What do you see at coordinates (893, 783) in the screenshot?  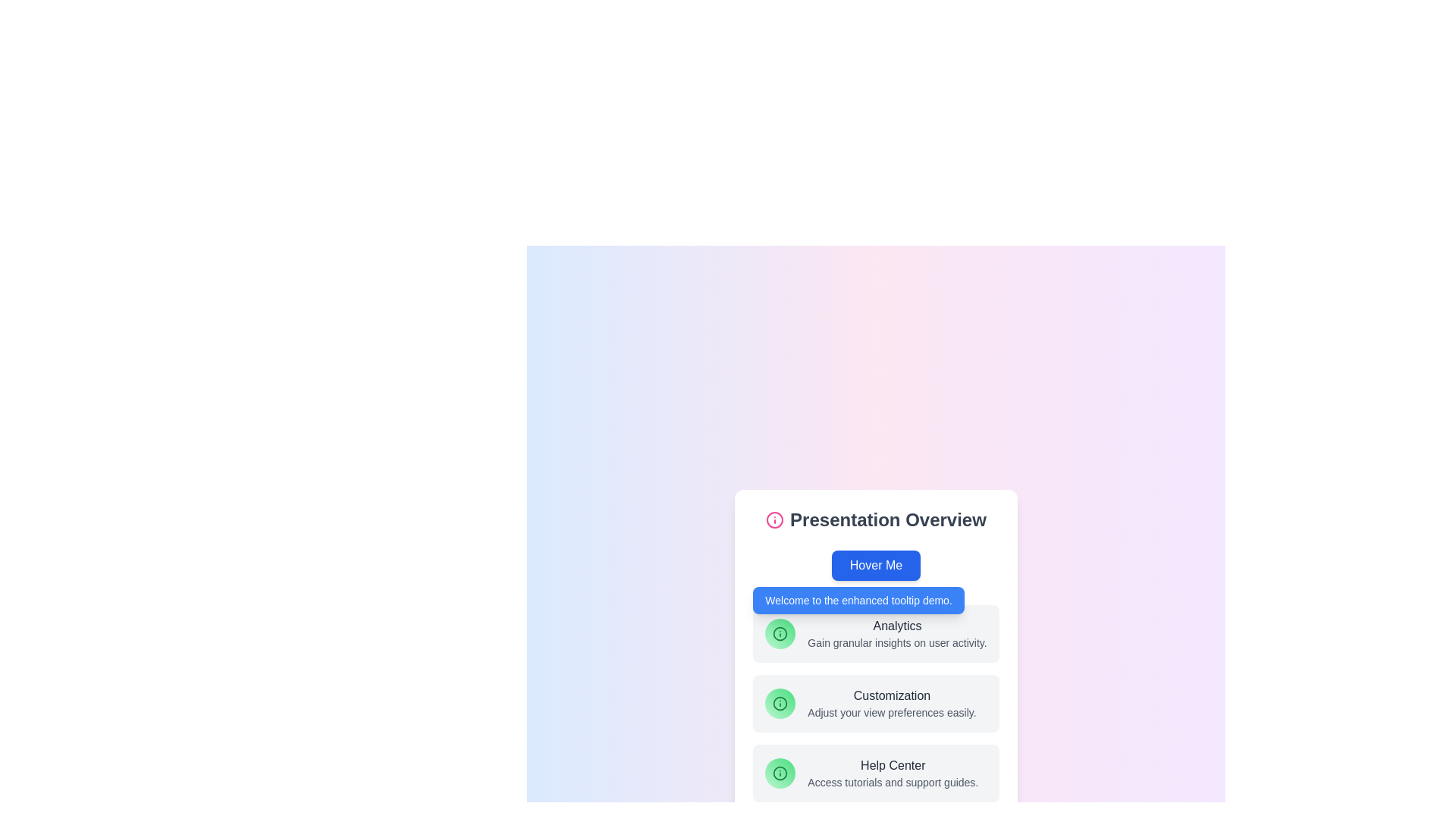 I see `the explanatory text label located below the 'Help Center' title within the 'Help Center' group, which provides additional contextual information` at bounding box center [893, 783].